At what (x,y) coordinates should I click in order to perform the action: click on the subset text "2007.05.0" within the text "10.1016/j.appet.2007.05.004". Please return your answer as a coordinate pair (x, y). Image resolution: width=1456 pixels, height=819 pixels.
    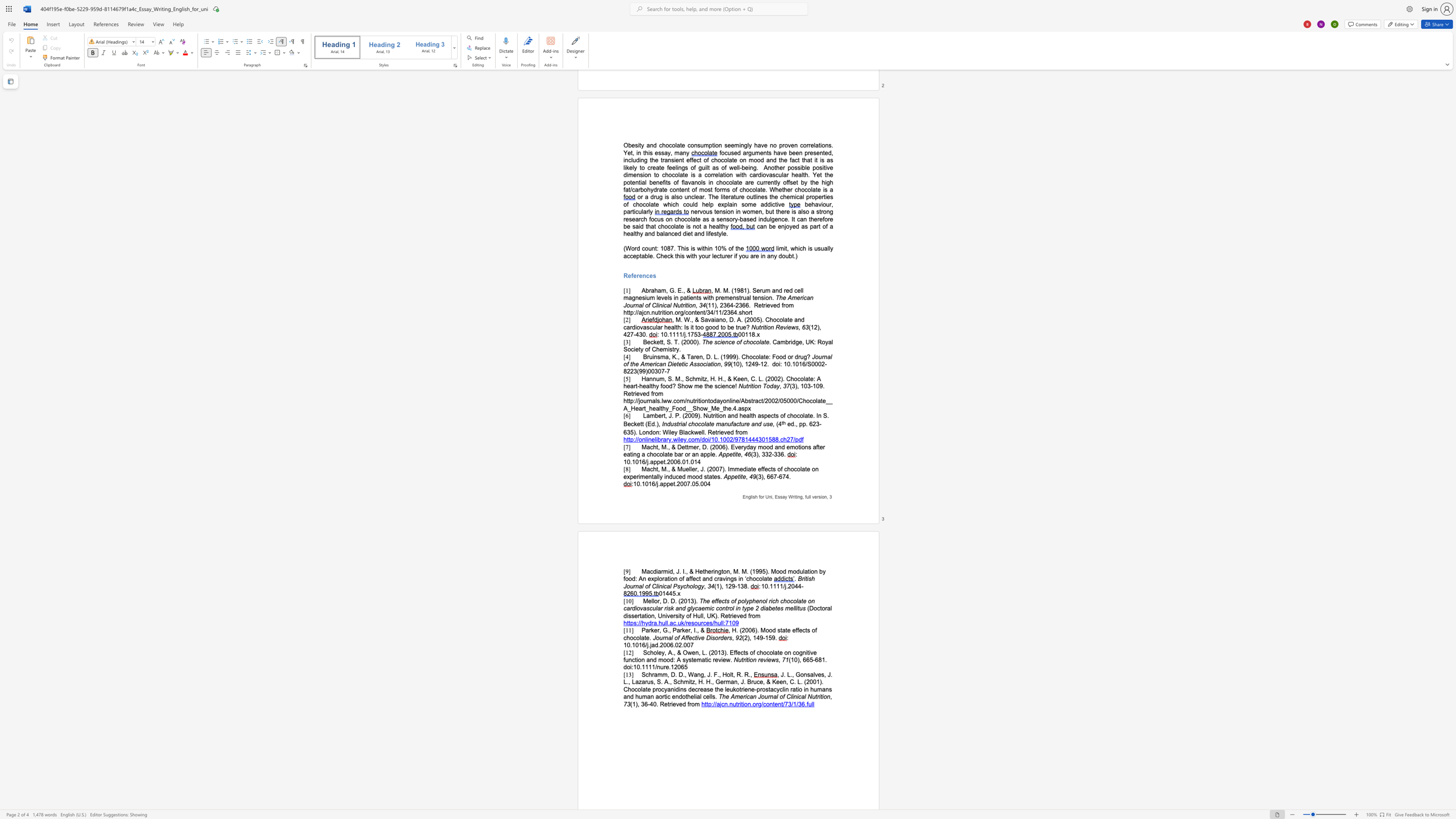
    Looking at the image, I should click on (677, 483).